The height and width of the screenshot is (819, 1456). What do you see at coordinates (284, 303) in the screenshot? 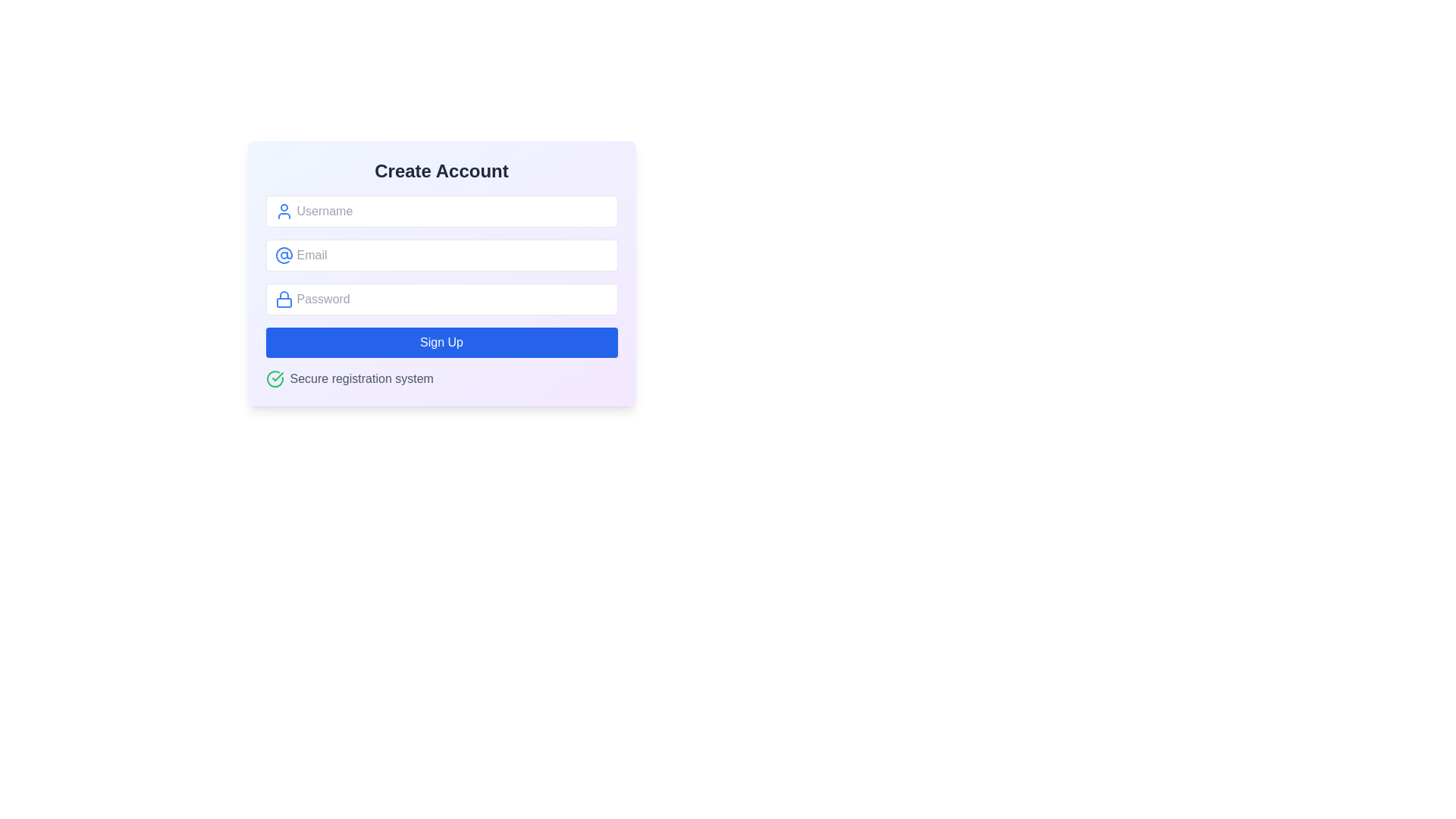
I see `the main body of the lock icon located to the left of the 'Password' input field, which reinforces the concept of security` at bounding box center [284, 303].